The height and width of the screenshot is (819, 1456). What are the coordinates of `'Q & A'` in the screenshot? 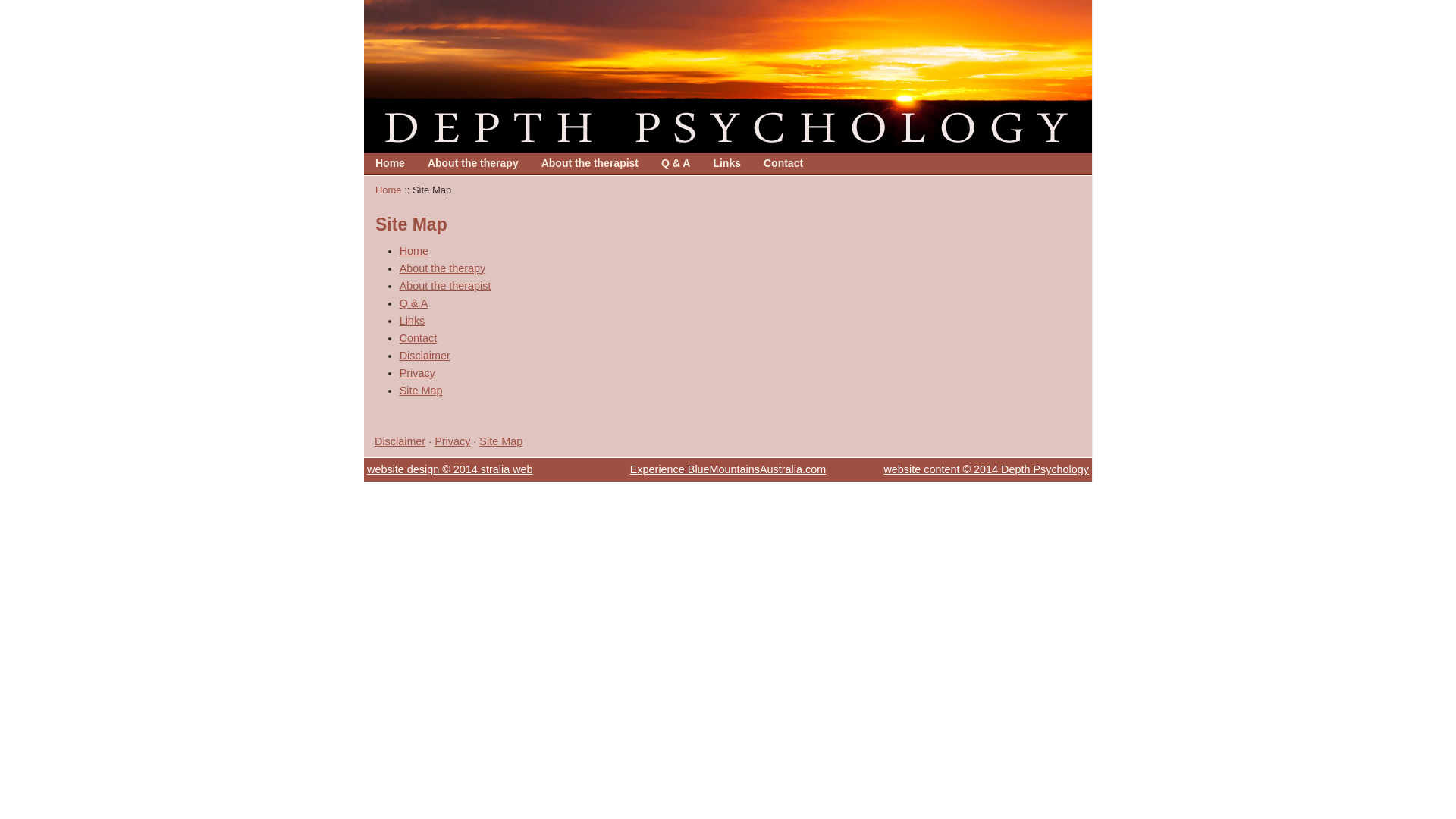 It's located at (661, 163).